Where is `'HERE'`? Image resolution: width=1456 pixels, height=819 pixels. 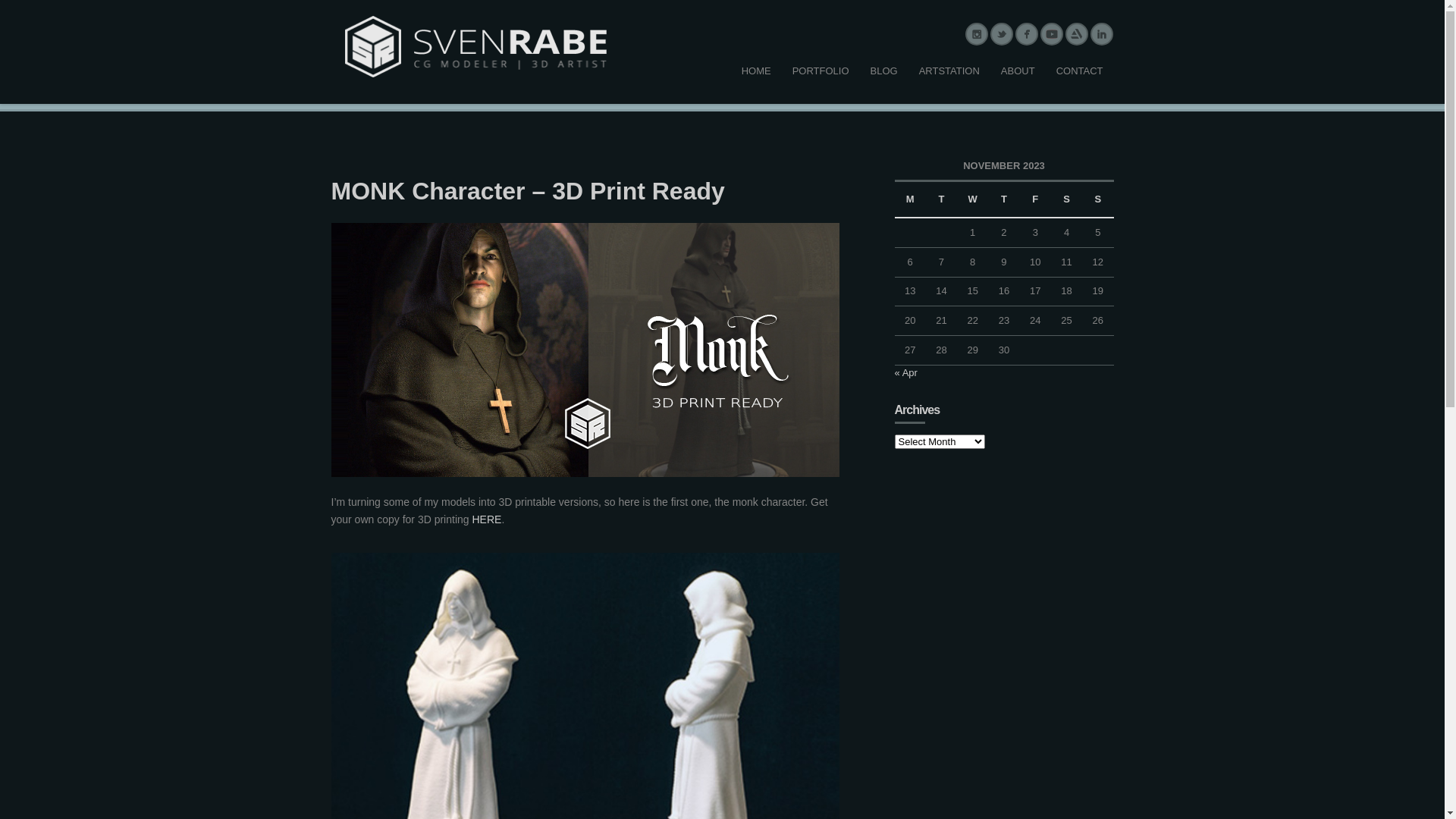
'HERE' is located at coordinates (486, 519).